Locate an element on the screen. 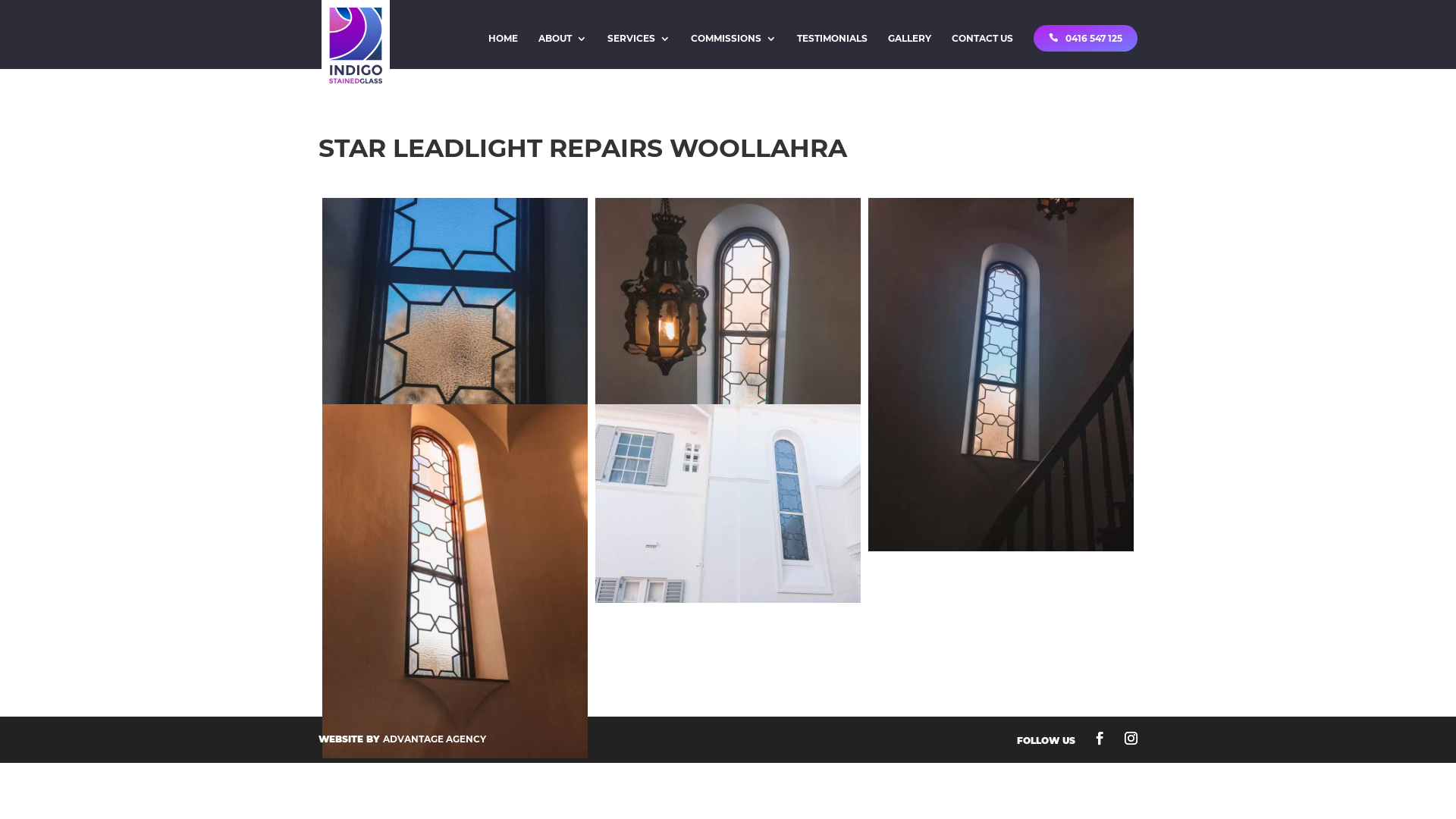 This screenshot has height=819, width=1456. '0416 547 125' is located at coordinates (1084, 37).